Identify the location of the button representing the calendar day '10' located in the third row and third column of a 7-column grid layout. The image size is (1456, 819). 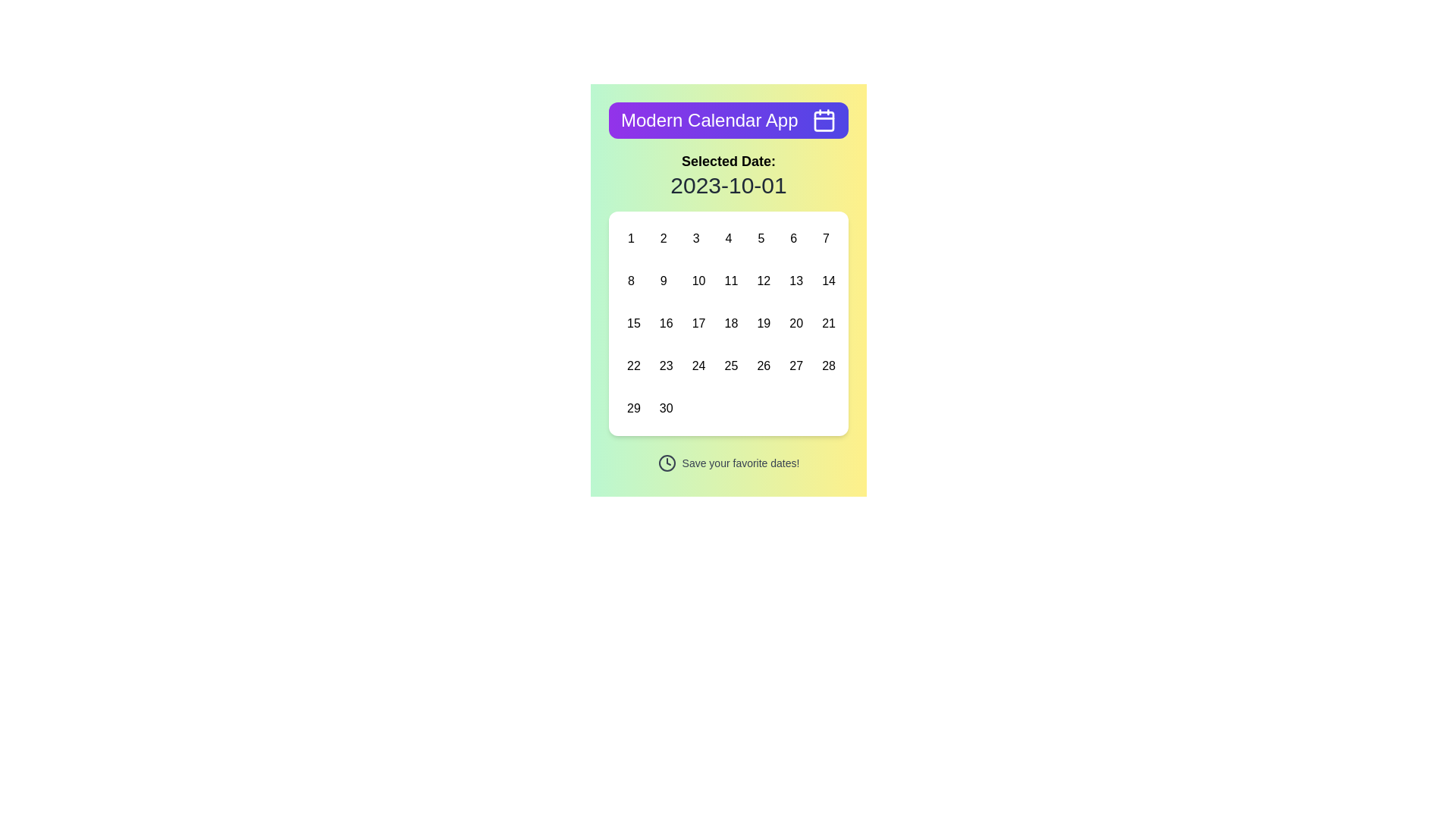
(695, 281).